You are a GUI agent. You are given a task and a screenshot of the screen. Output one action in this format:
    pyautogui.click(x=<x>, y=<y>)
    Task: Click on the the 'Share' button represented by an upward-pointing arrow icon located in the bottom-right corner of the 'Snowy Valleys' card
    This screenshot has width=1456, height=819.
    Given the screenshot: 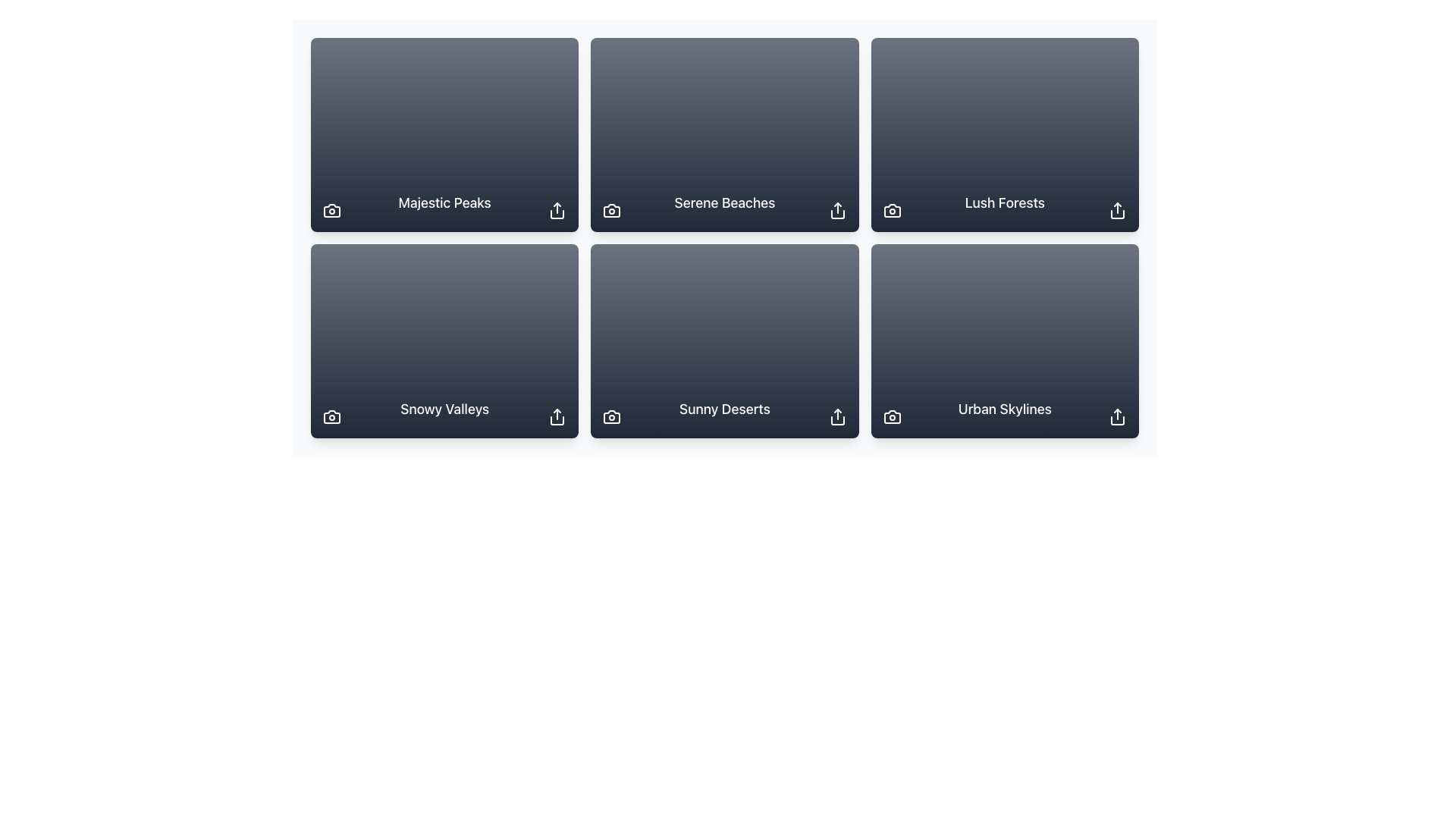 What is the action you would take?
    pyautogui.click(x=557, y=417)
    